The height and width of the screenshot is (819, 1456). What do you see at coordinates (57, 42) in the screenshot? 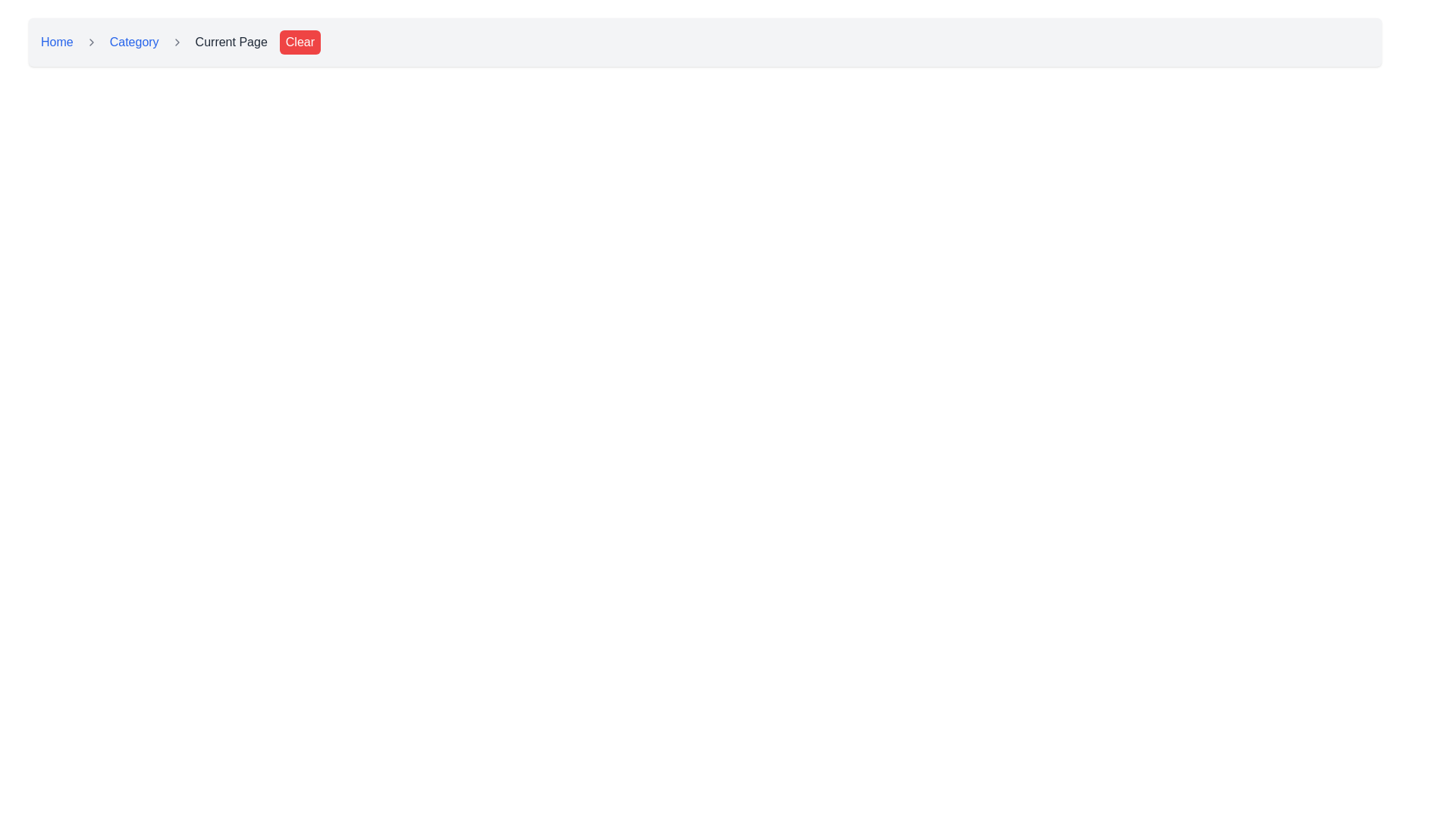
I see `the homepage navigation link located at the top-left section of the breadcrumb navigation bar` at bounding box center [57, 42].